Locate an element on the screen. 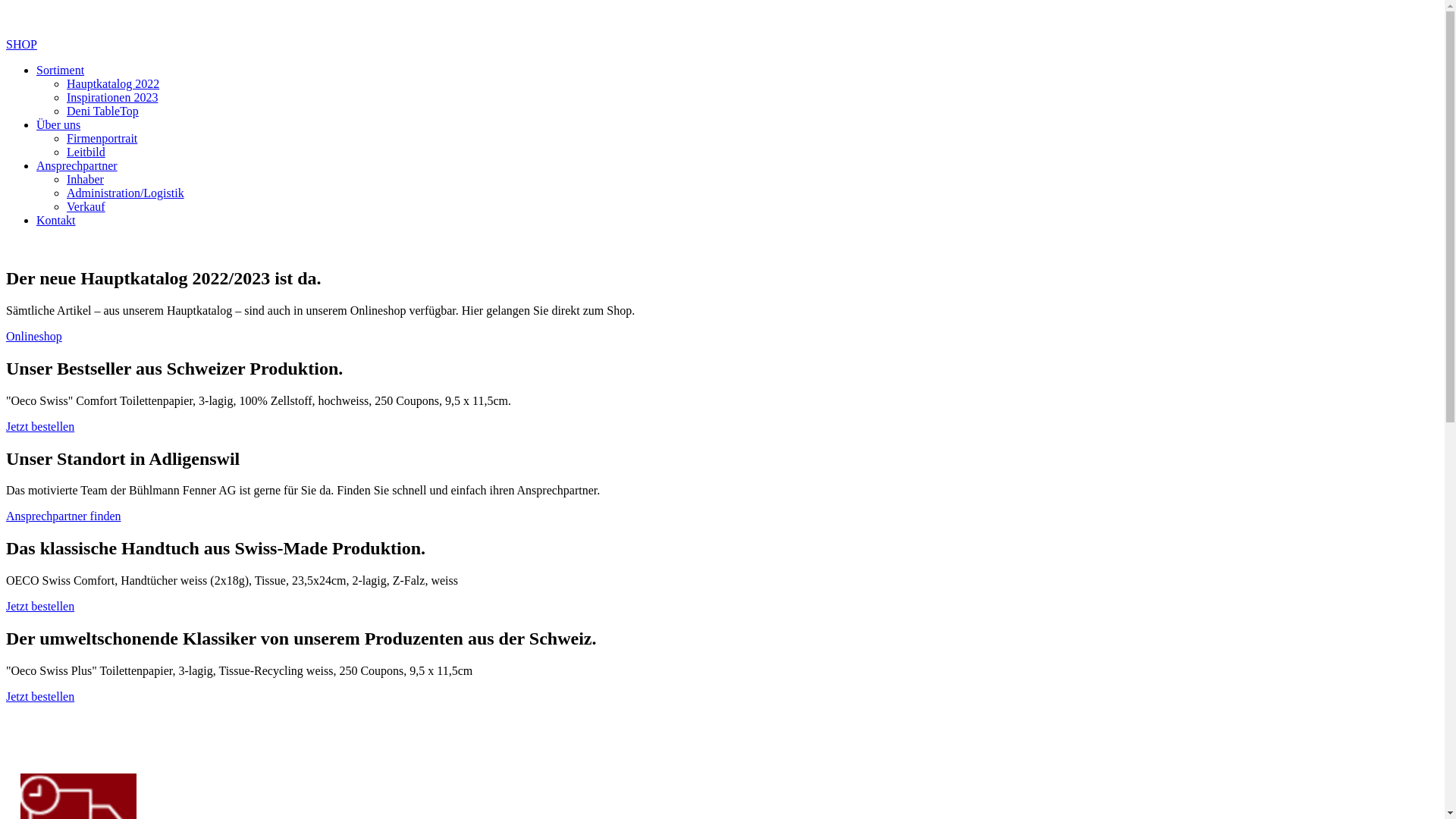  'Administration/Logistik' is located at coordinates (125, 192).